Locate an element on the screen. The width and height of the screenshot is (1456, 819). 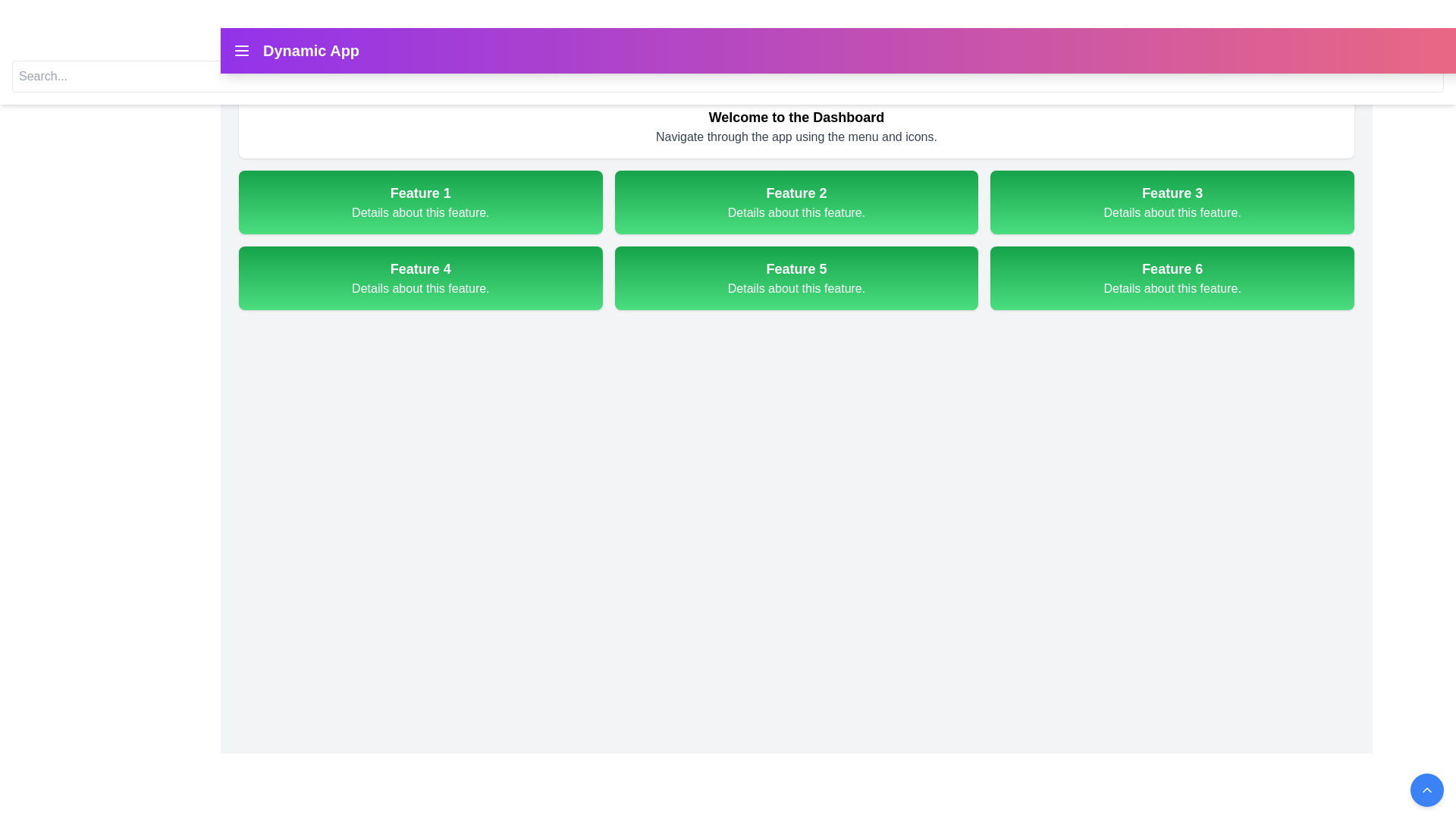
the non-interactive descriptive element labeled 'Feature 3' with a green gradient background and two lines of white text is located at coordinates (1172, 201).